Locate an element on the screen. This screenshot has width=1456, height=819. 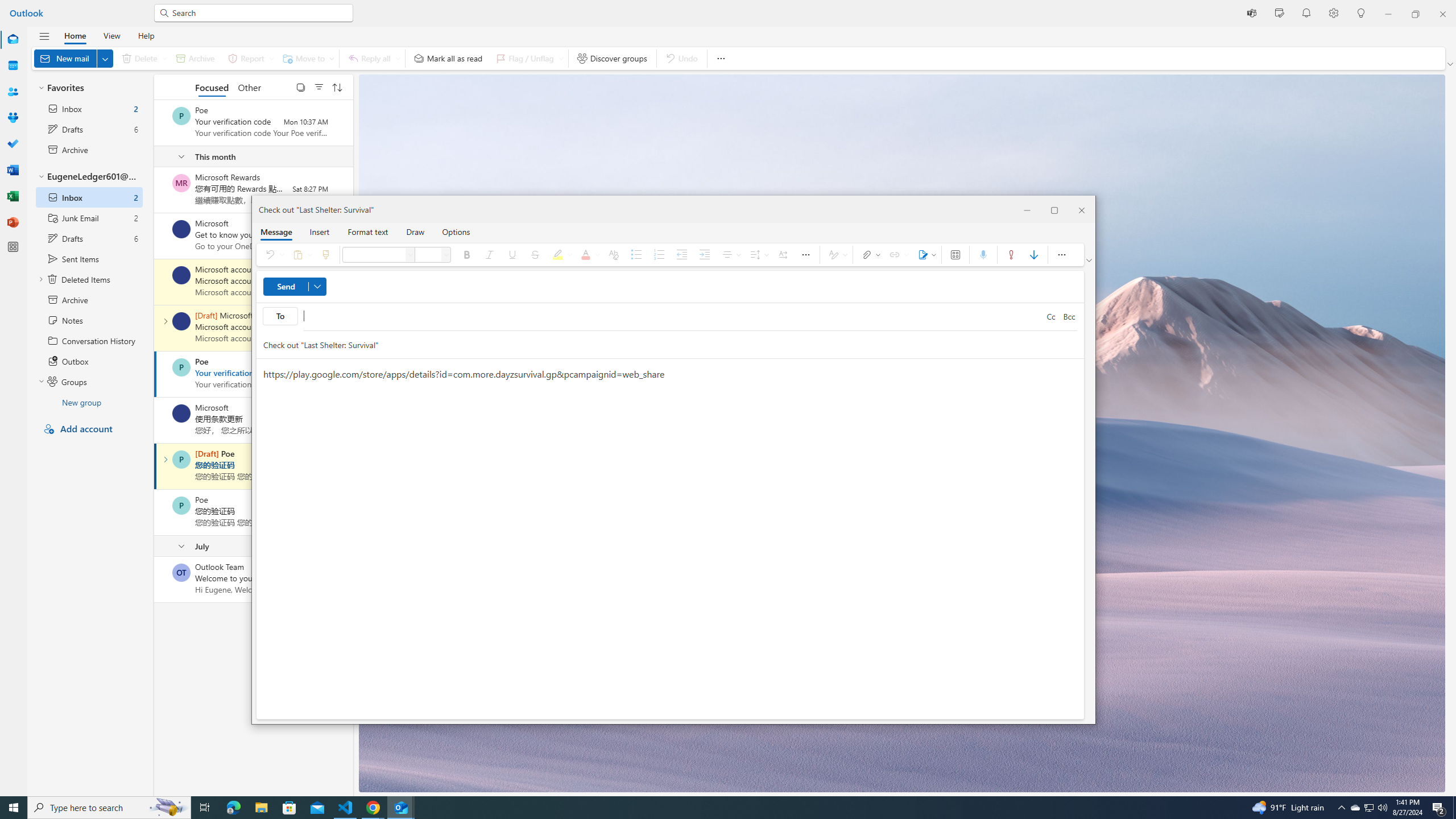
'Mark all as read' is located at coordinates (448, 58).